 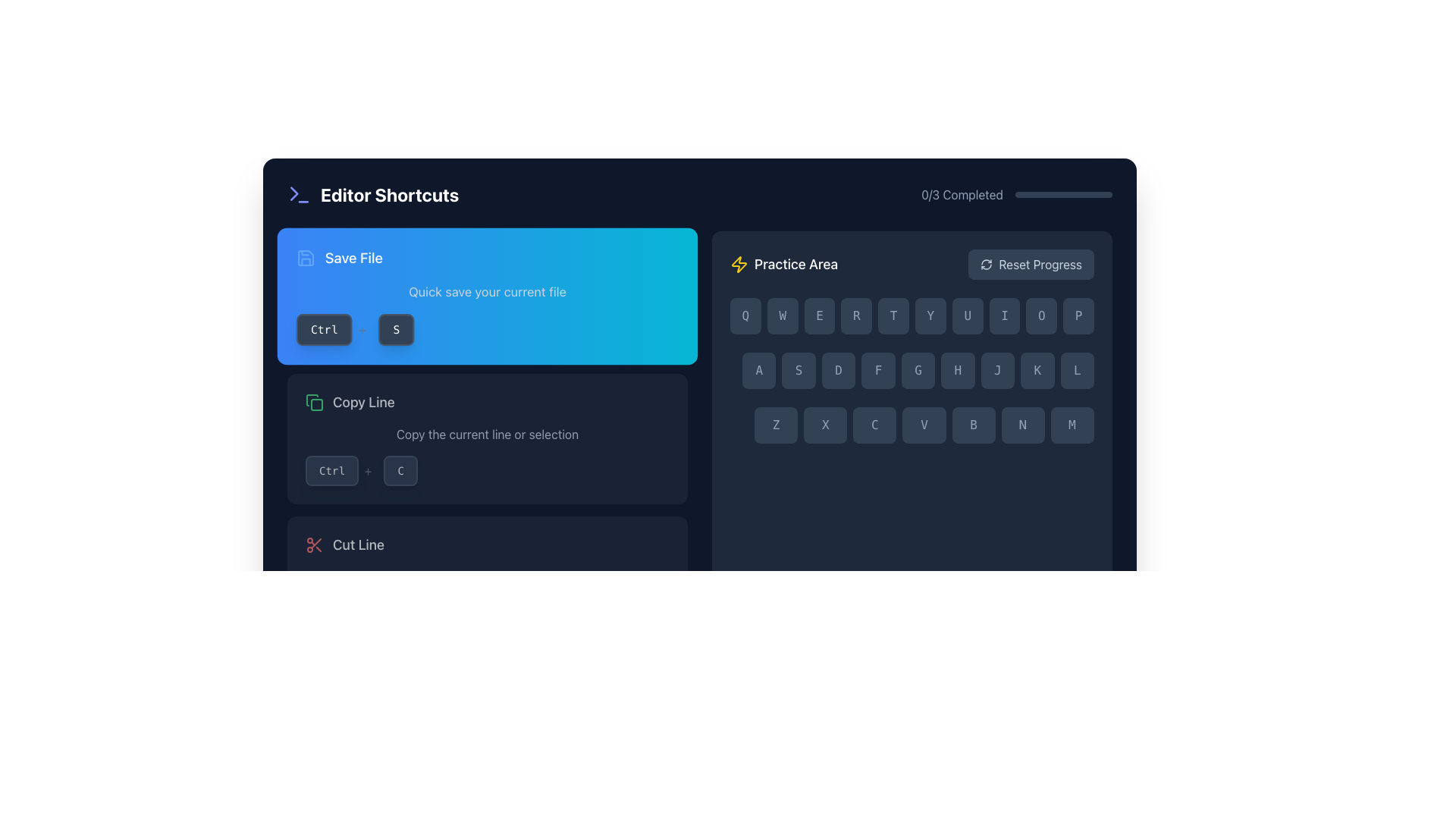 I want to click on the third key in the second row of the practice keyboard area, so click(x=838, y=371).